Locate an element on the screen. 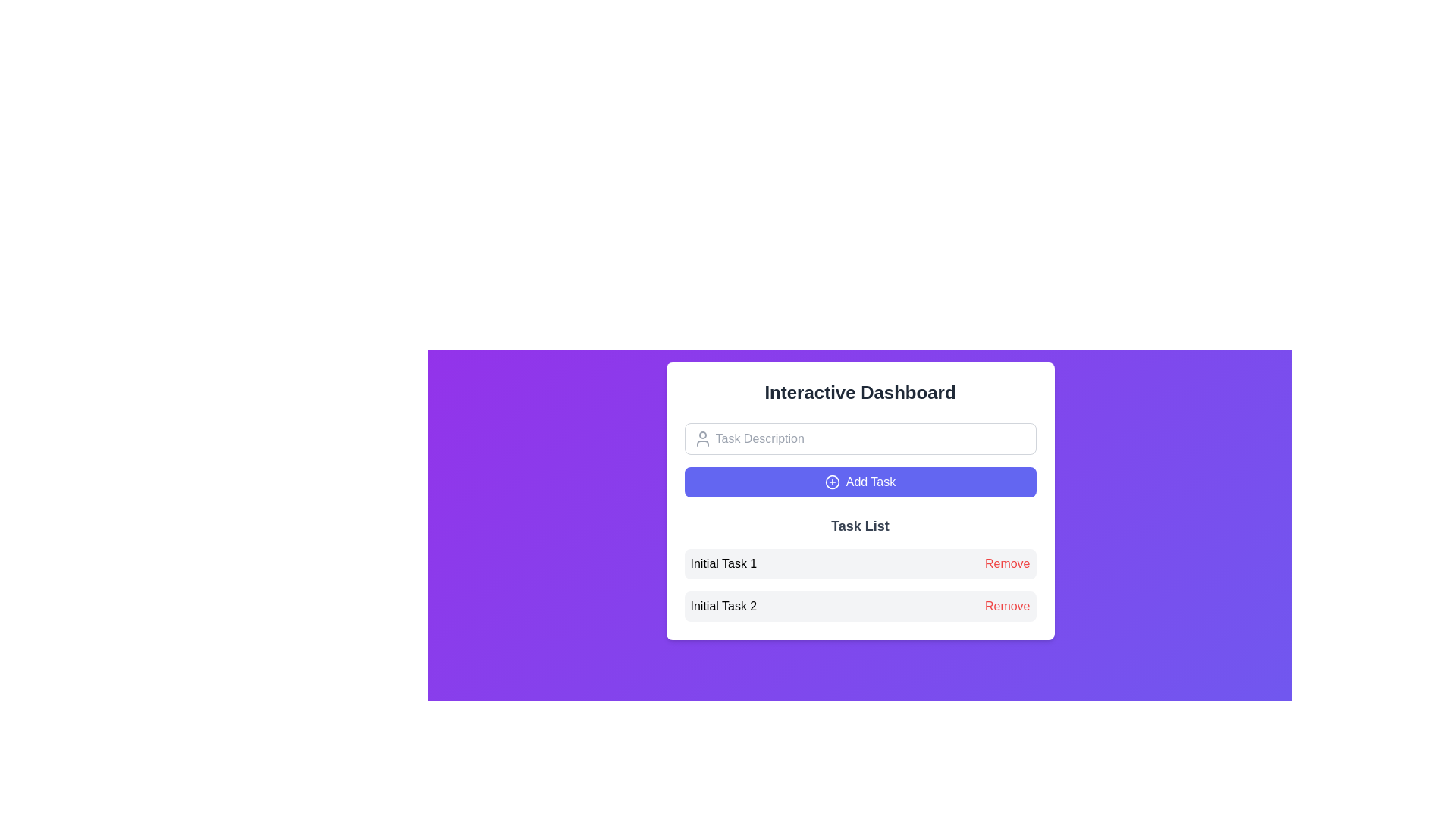  the descriptive label for a task item in the task list is located at coordinates (723, 605).